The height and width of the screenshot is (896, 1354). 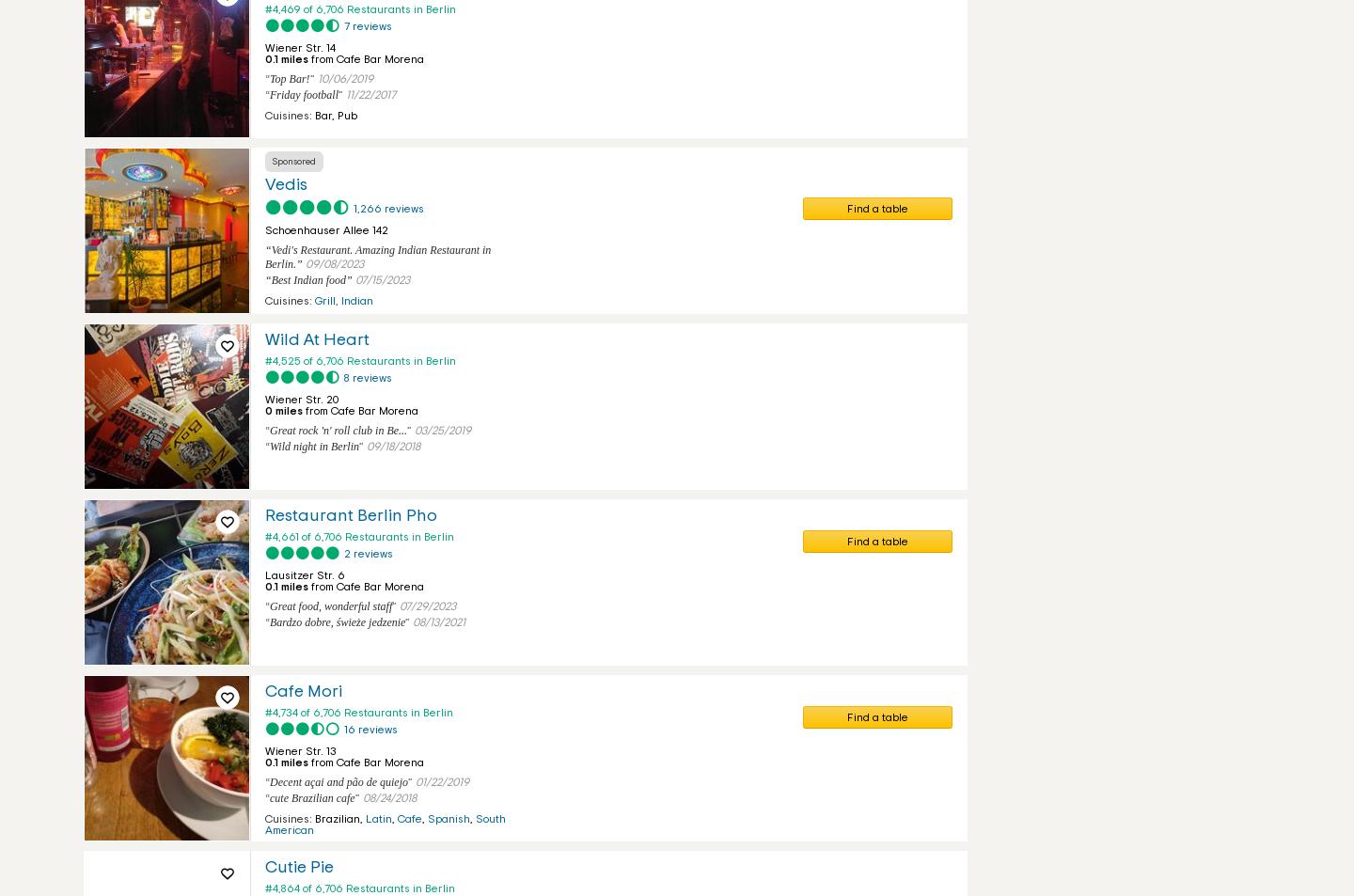 I want to click on 'Restaurant Berlin Pho', so click(x=263, y=516).